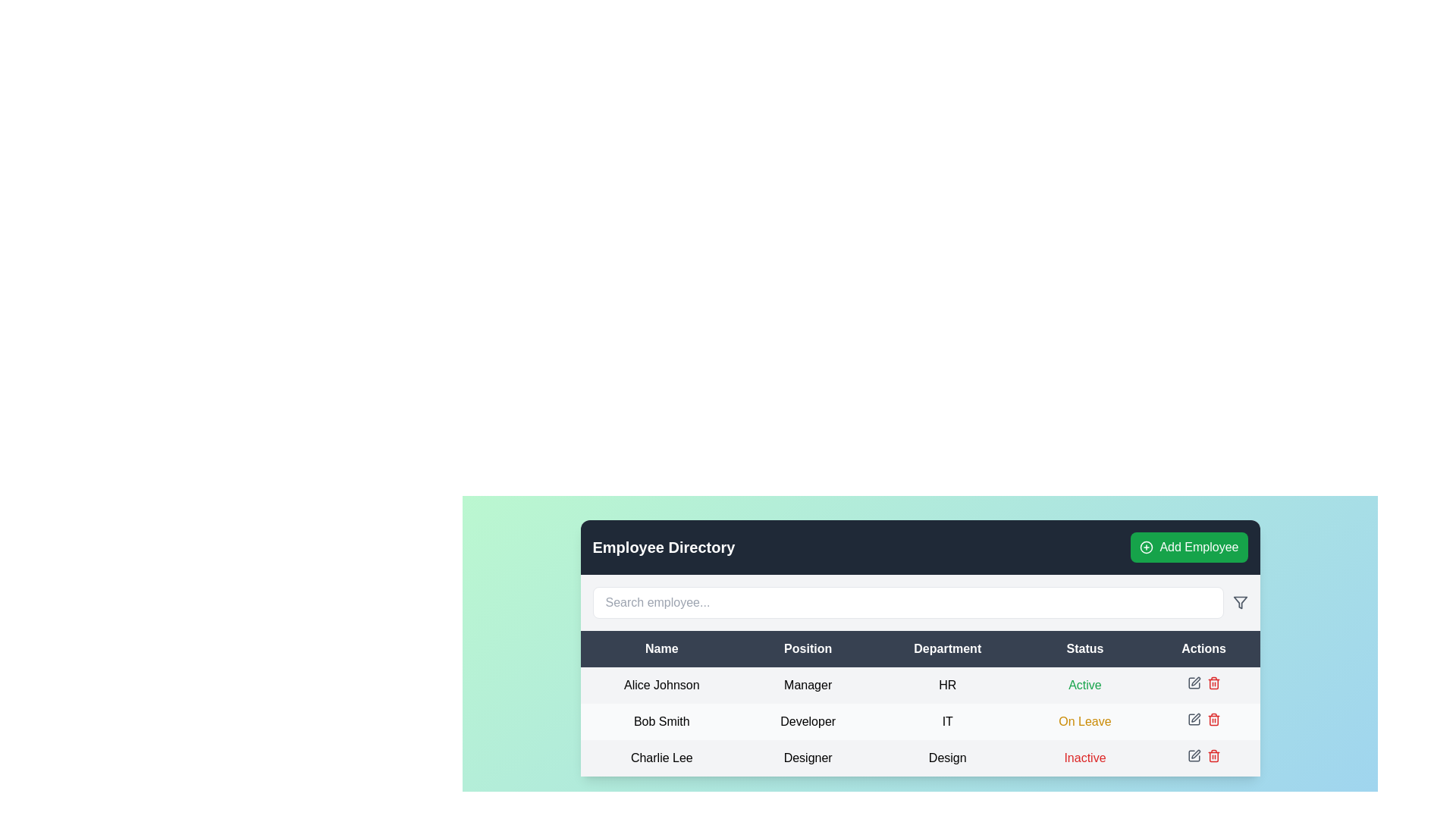  Describe the element at coordinates (807, 758) in the screenshot. I see `text label displaying 'Designer', located in the third row under the 'Position' column of the employee directory table, positioned between 'Charlie Lee' and 'Design'` at that location.